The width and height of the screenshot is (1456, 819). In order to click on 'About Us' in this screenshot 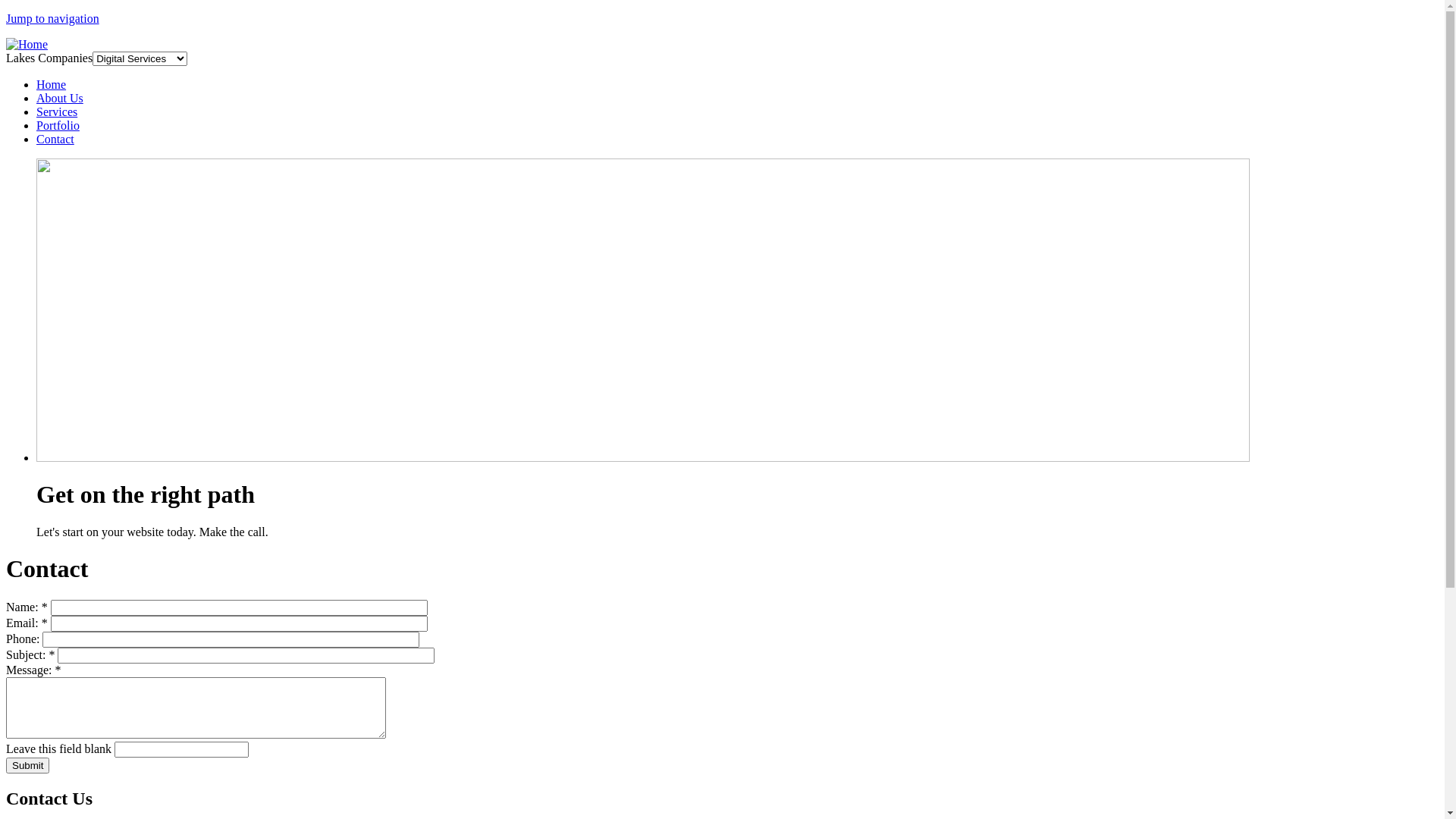, I will do `click(59, 98)`.